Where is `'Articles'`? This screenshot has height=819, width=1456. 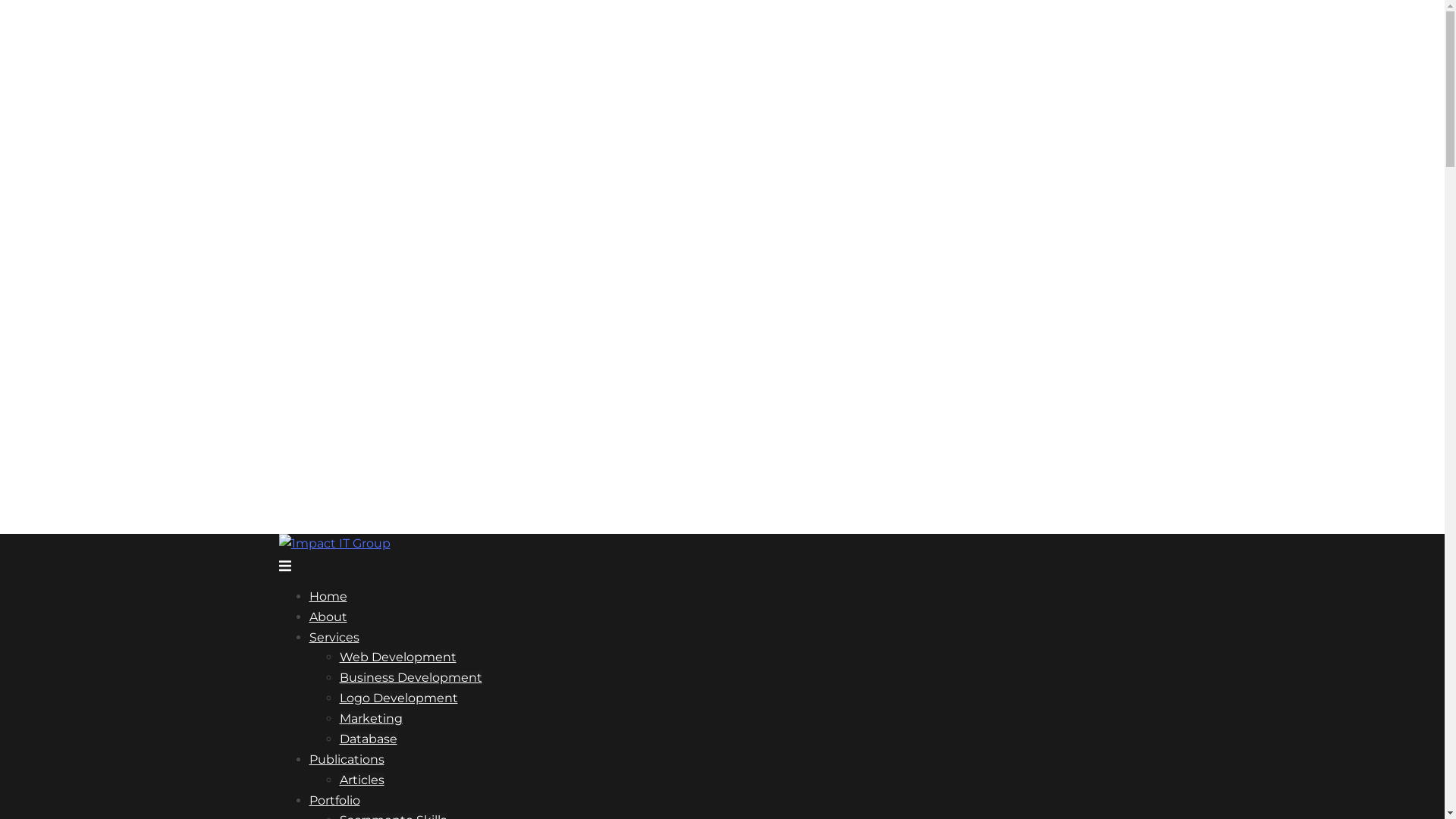
'Articles' is located at coordinates (361, 780).